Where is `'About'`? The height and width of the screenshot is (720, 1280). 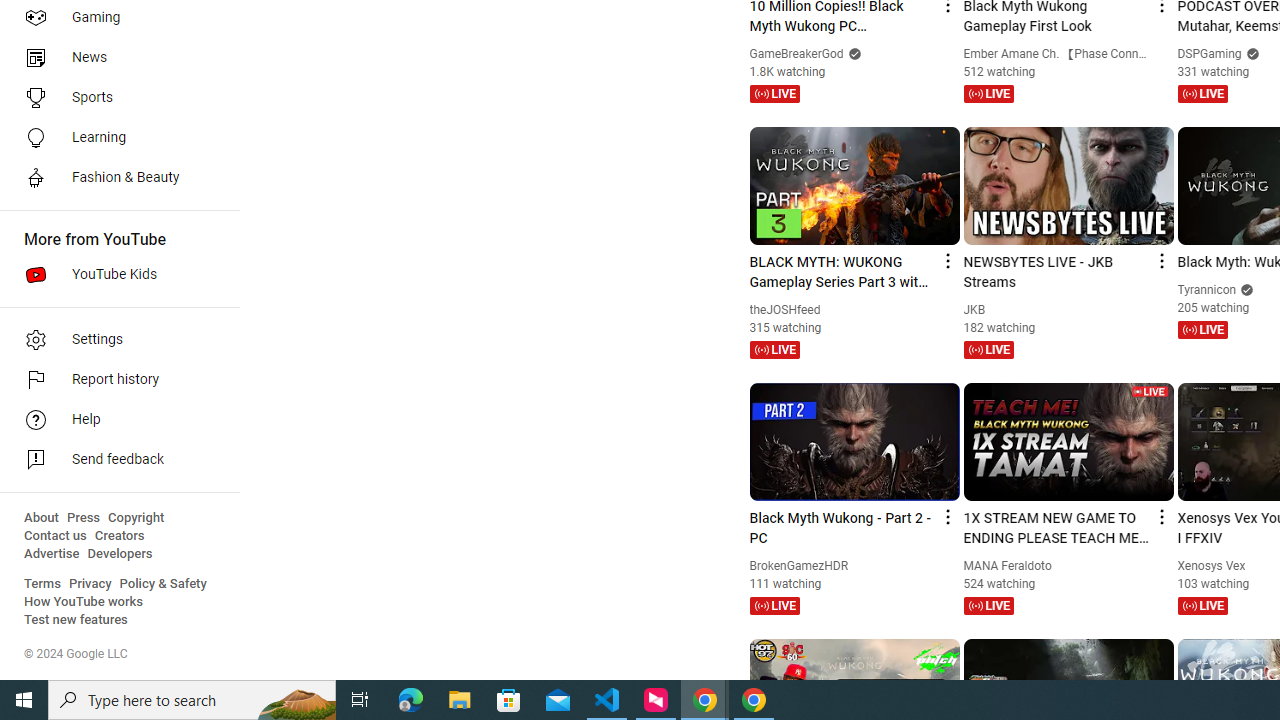
'About' is located at coordinates (41, 517).